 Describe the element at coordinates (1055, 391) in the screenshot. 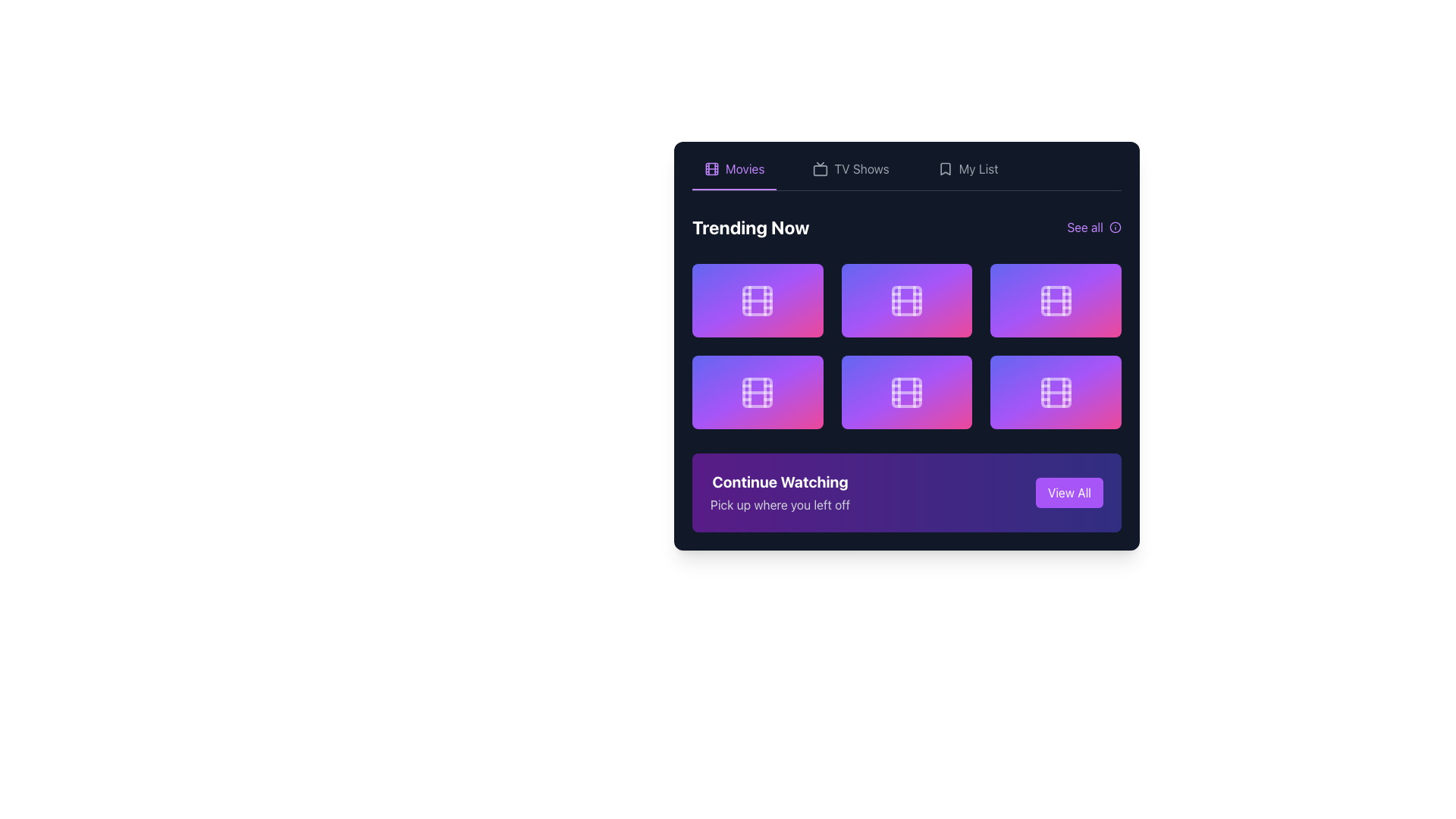

I see `the rectangular button with a gradient background from purple to pink that features a white film reel icon, located in the third column and second row of the 'Trending Now' section` at that location.